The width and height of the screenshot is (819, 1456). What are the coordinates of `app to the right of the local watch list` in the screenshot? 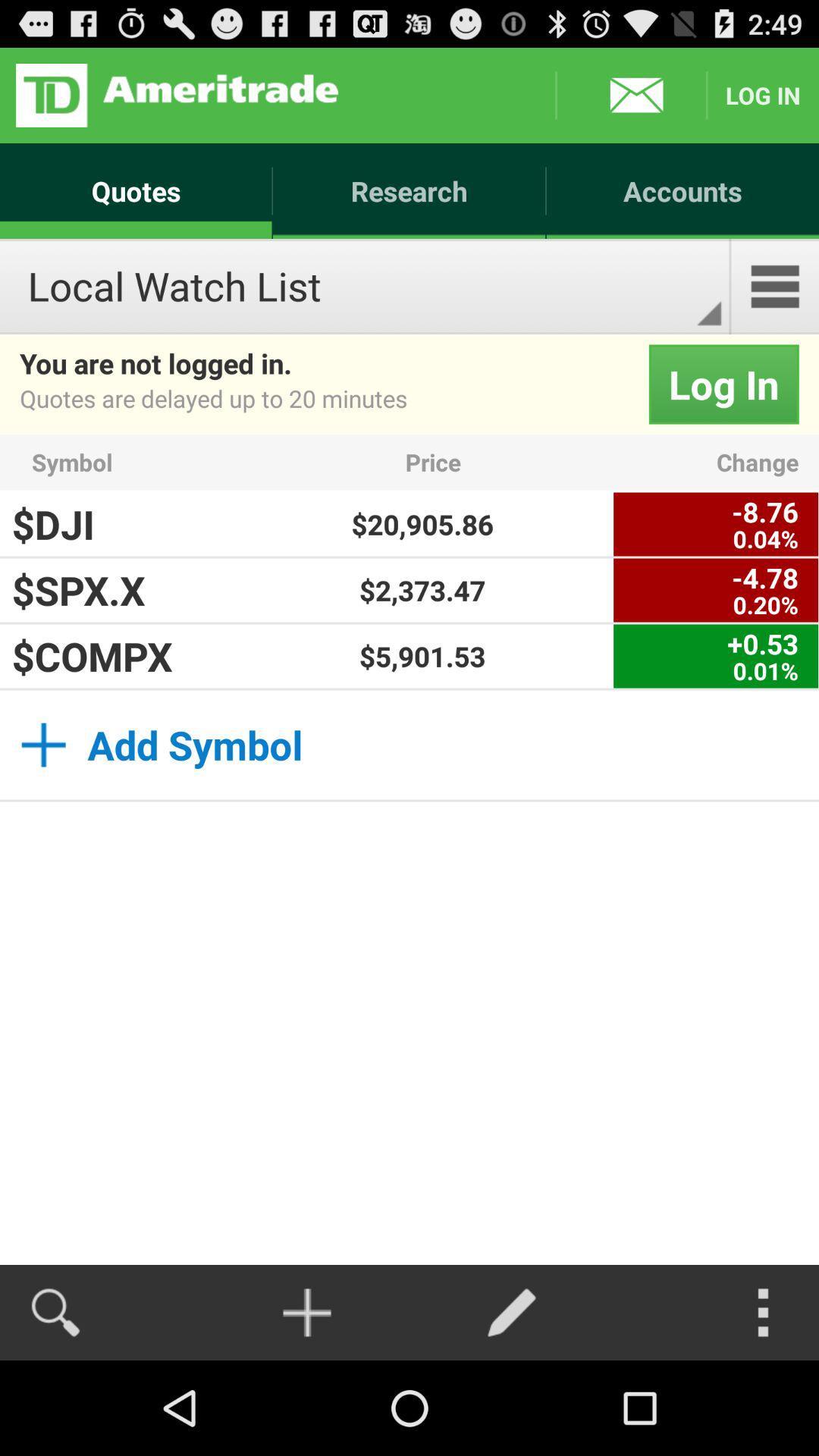 It's located at (775, 287).